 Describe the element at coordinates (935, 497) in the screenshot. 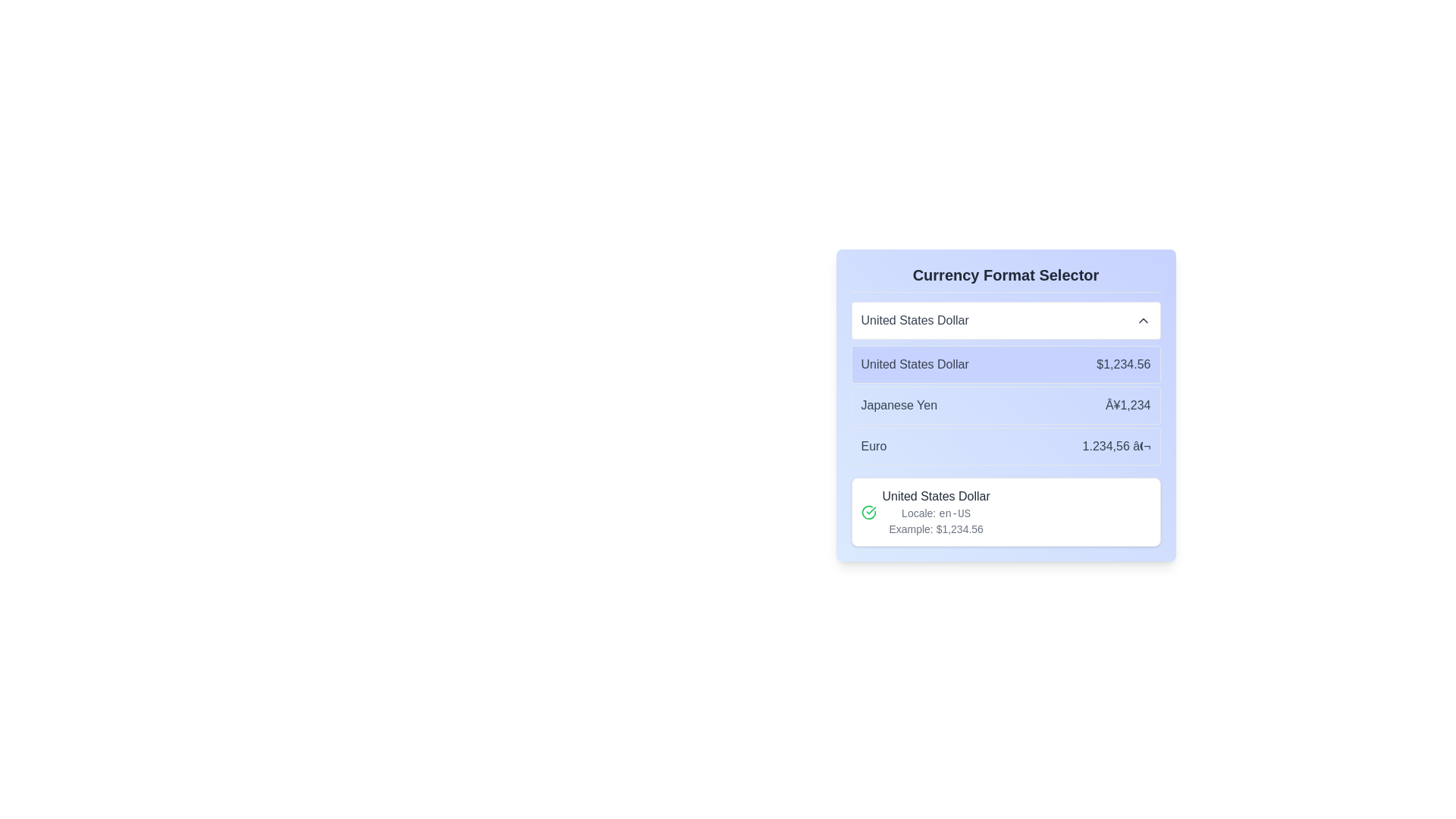

I see `the text label displaying 'United States Dollar', which is styled in a medium font and gray color, positioned above the 'Locale: en-US' and 'Example: $1,234.56' elements` at that location.